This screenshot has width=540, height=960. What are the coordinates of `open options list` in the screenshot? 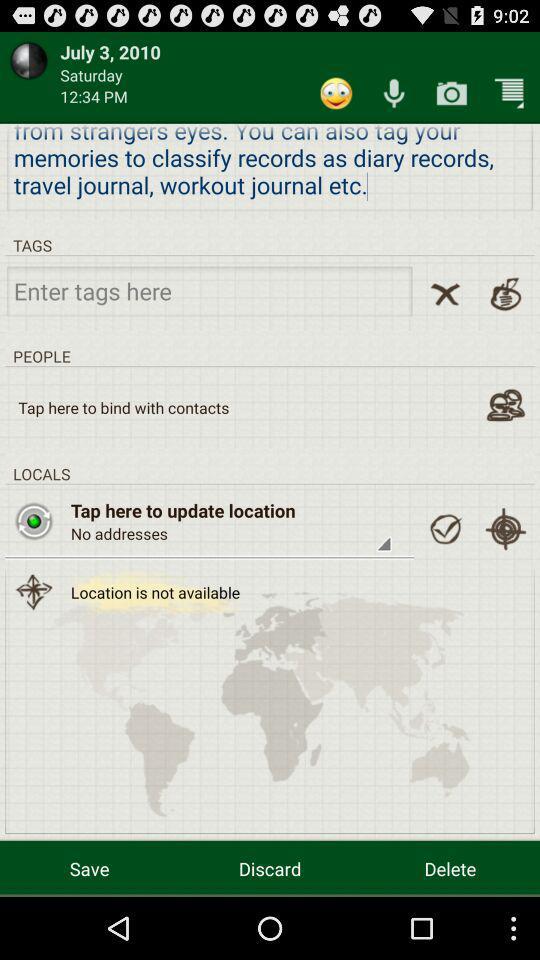 It's located at (509, 93).